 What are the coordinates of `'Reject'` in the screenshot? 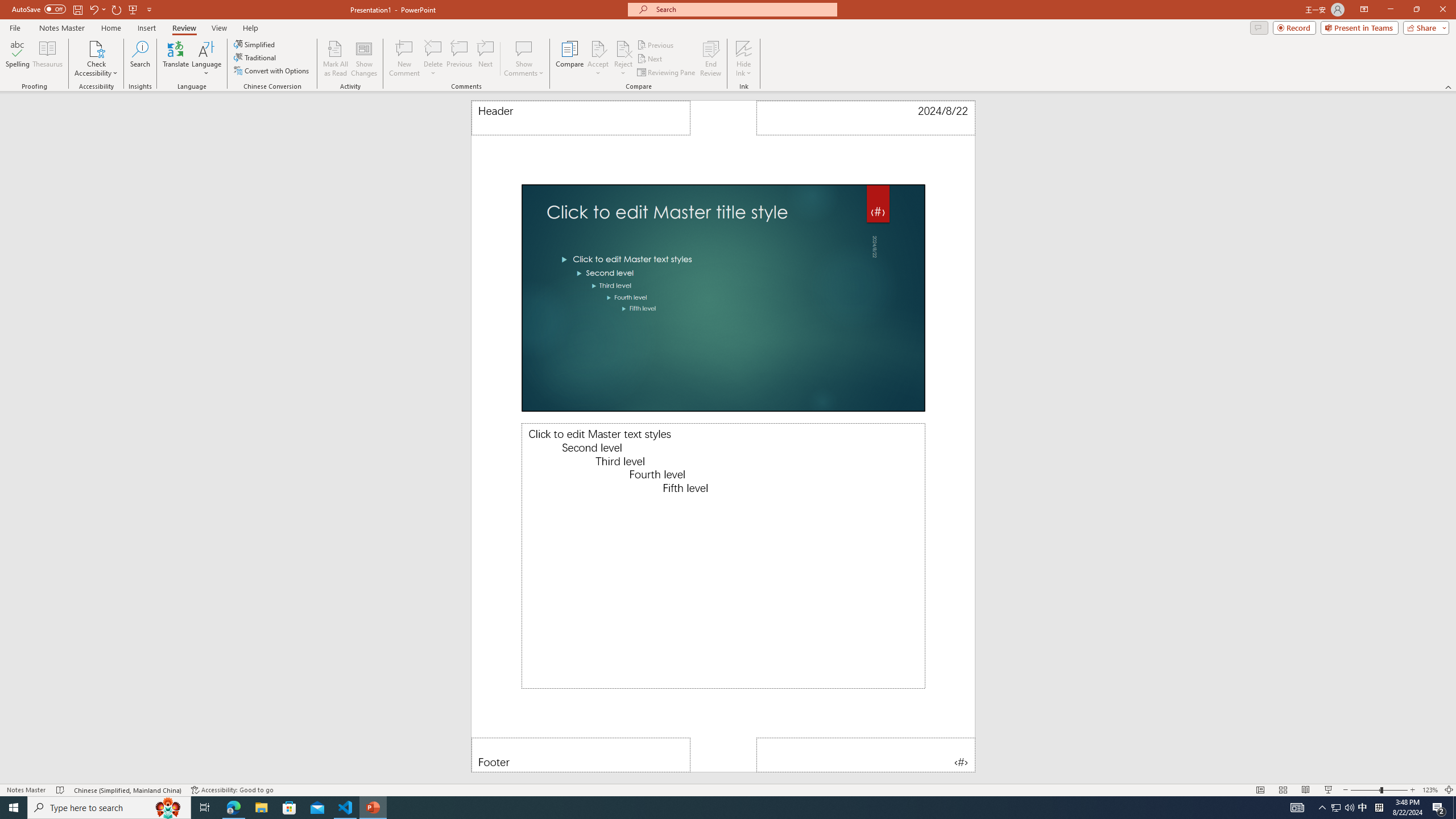 It's located at (622, 59).